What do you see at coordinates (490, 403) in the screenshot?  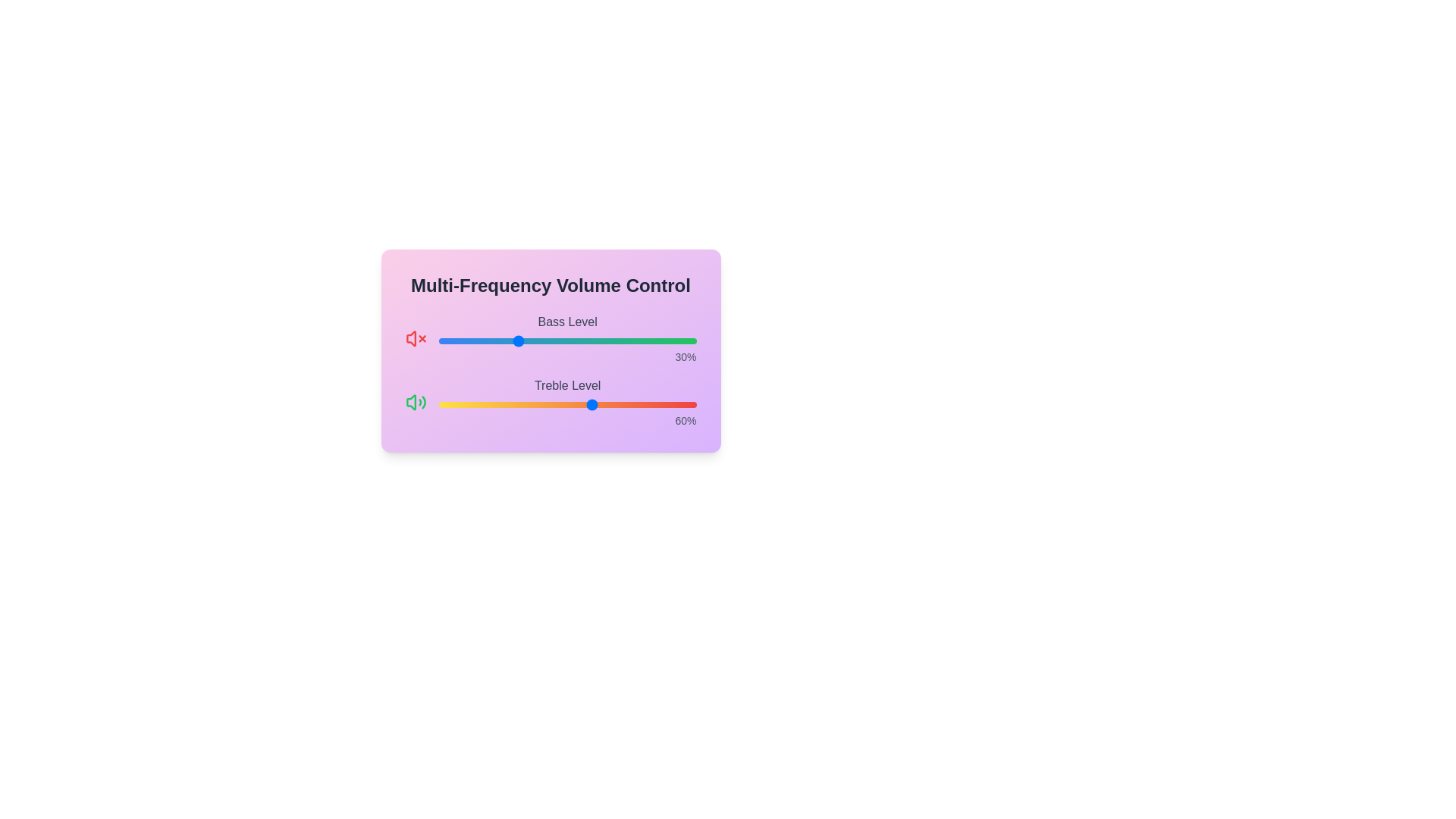 I see `the treble slider to set the treble level to 20` at bounding box center [490, 403].